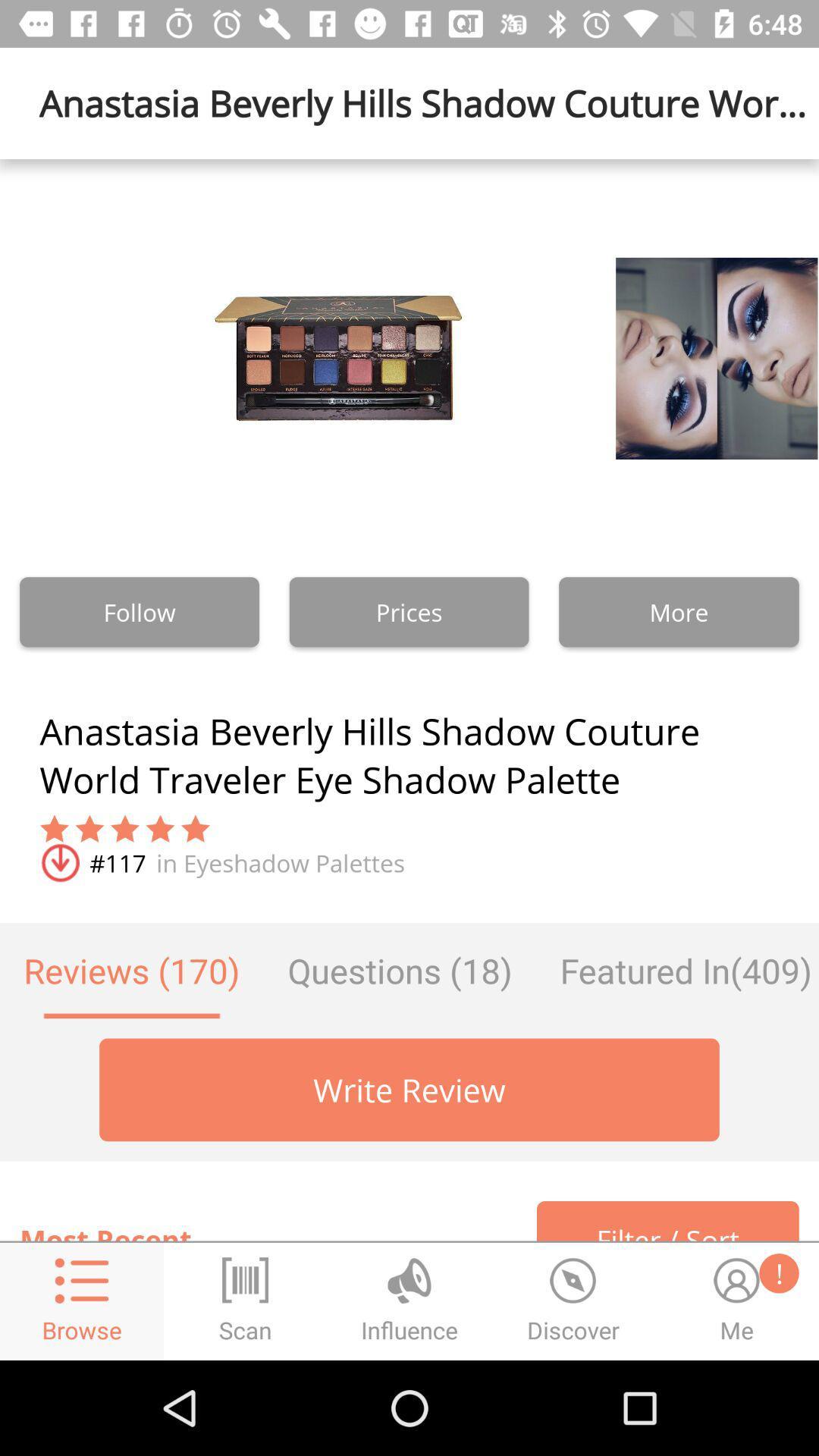 Image resolution: width=819 pixels, height=1456 pixels. Describe the element at coordinates (245, 1301) in the screenshot. I see `the scan image option` at that location.